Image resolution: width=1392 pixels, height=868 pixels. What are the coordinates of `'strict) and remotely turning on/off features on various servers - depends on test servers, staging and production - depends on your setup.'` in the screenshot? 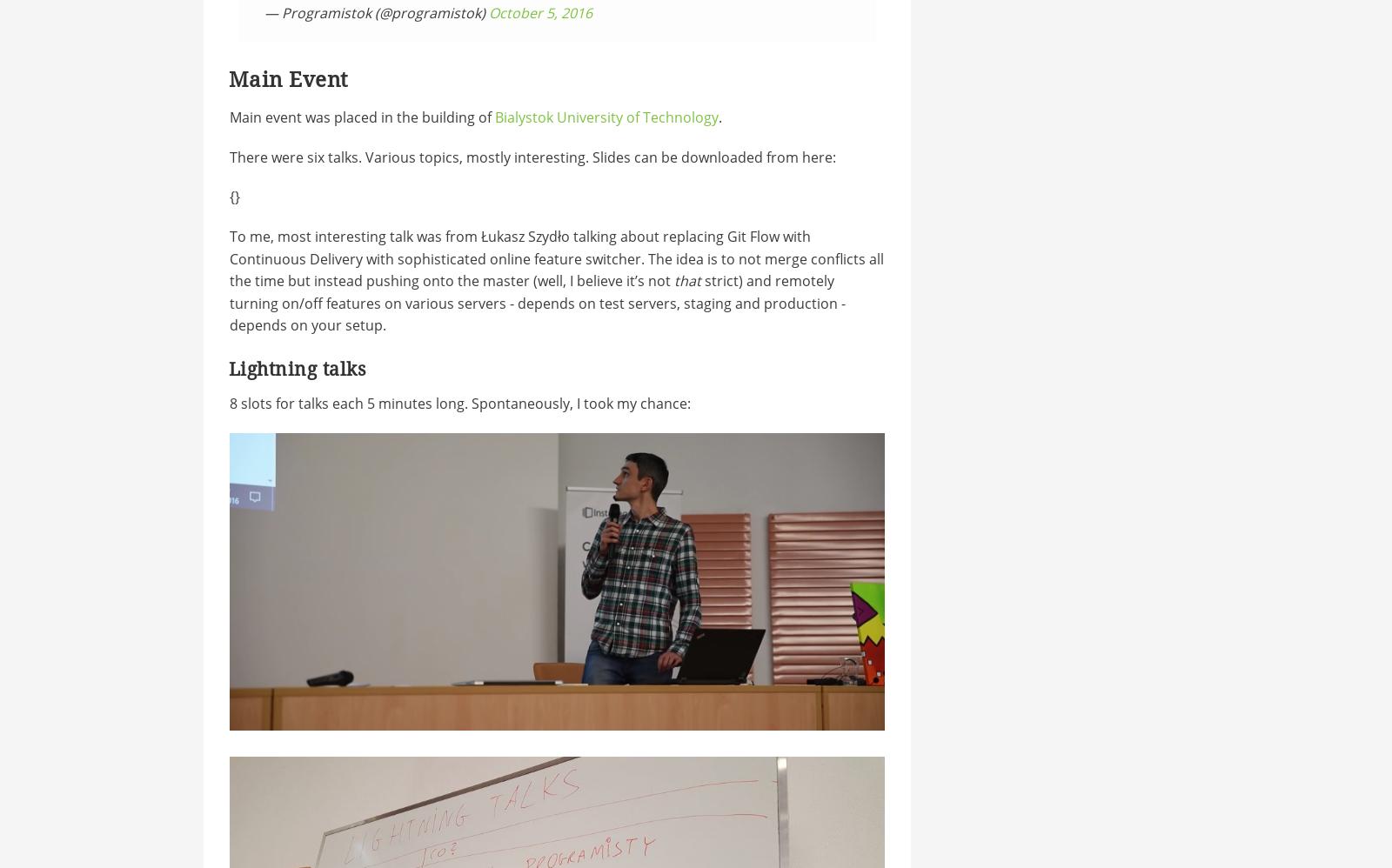 It's located at (536, 303).